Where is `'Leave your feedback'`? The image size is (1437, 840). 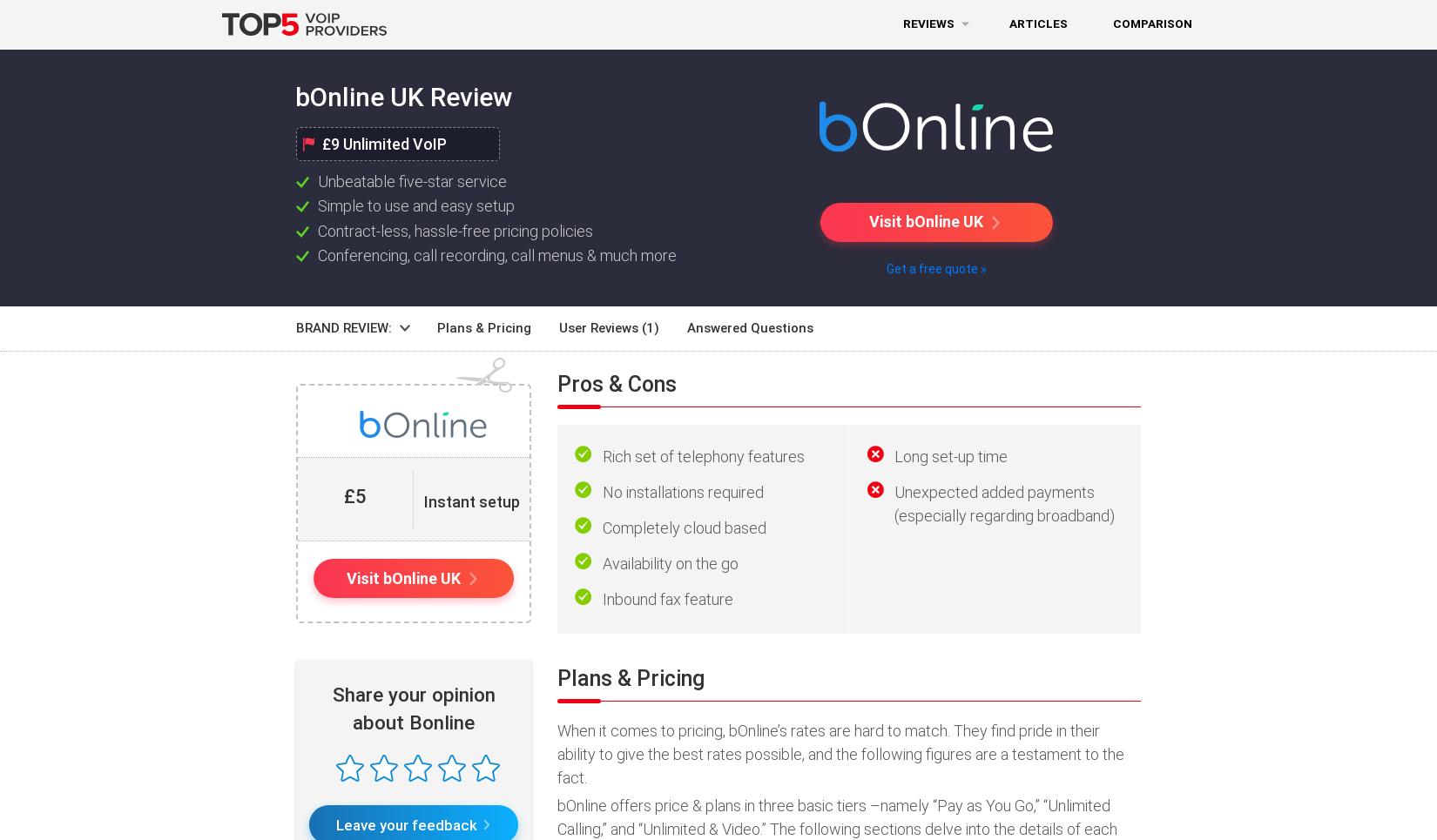
'Leave your feedback' is located at coordinates (334, 823).